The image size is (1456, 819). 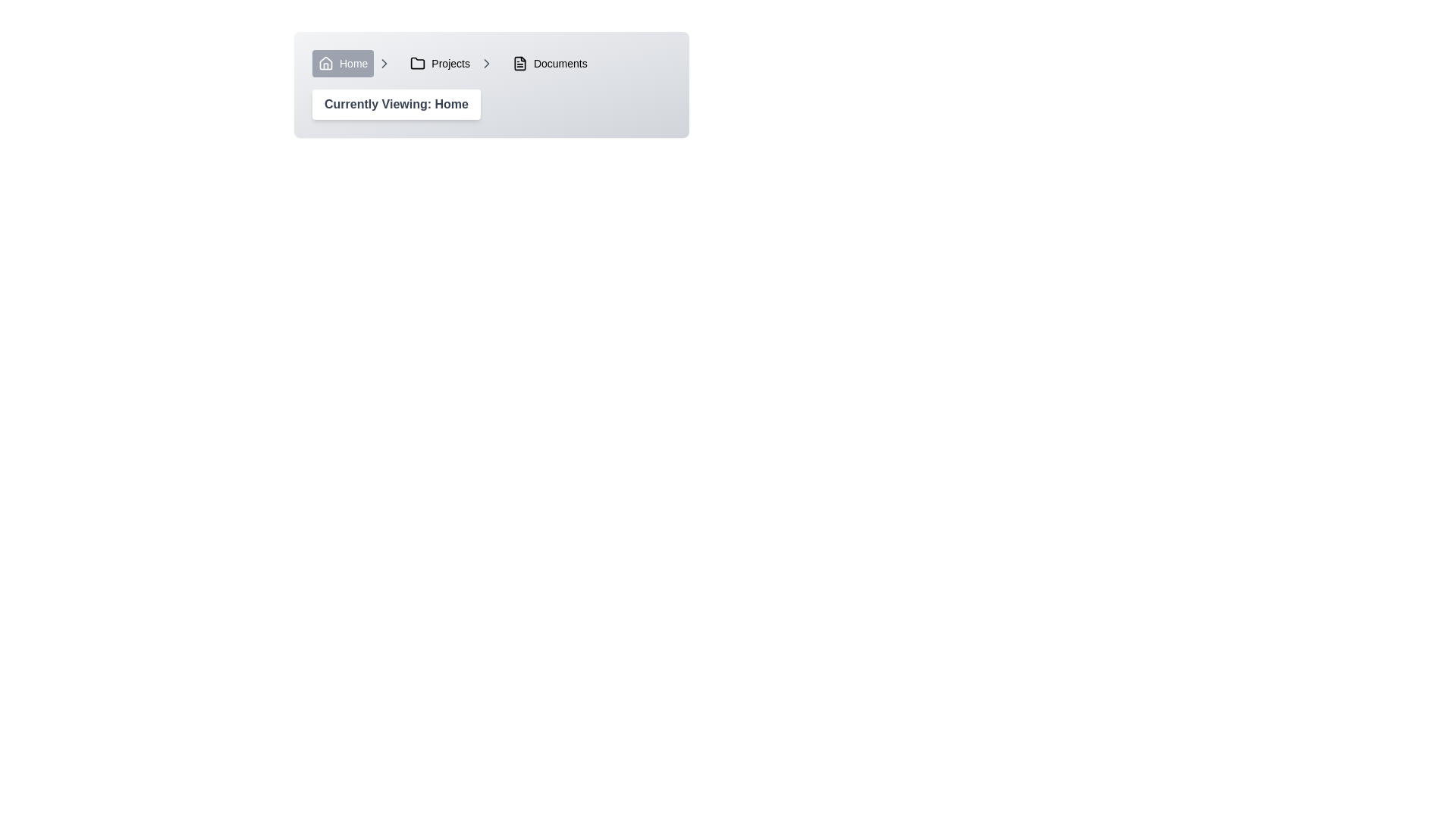 What do you see at coordinates (342, 63) in the screenshot?
I see `the 'Home' button in the breadcrumb navigation bar, which is a gray rounded rectangular button with a house icon and white text` at bounding box center [342, 63].